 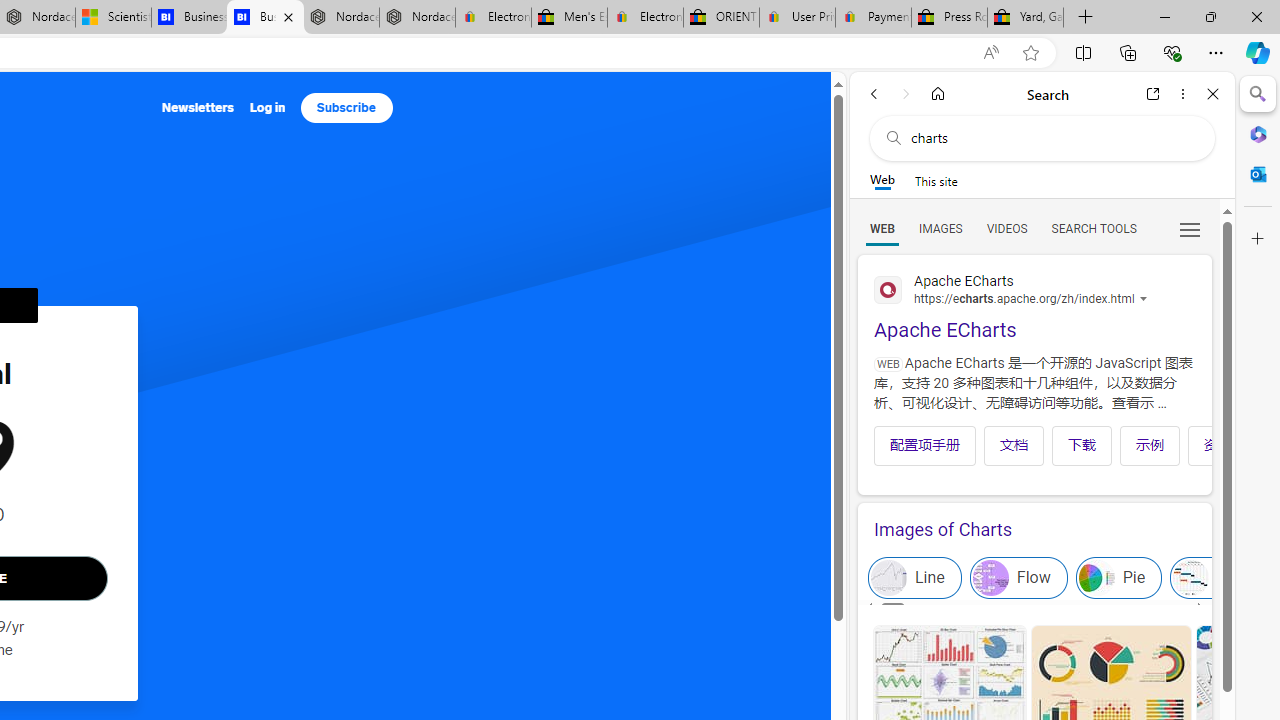 I want to click on 'Search Filter, Search Tools', so click(x=1092, y=227).